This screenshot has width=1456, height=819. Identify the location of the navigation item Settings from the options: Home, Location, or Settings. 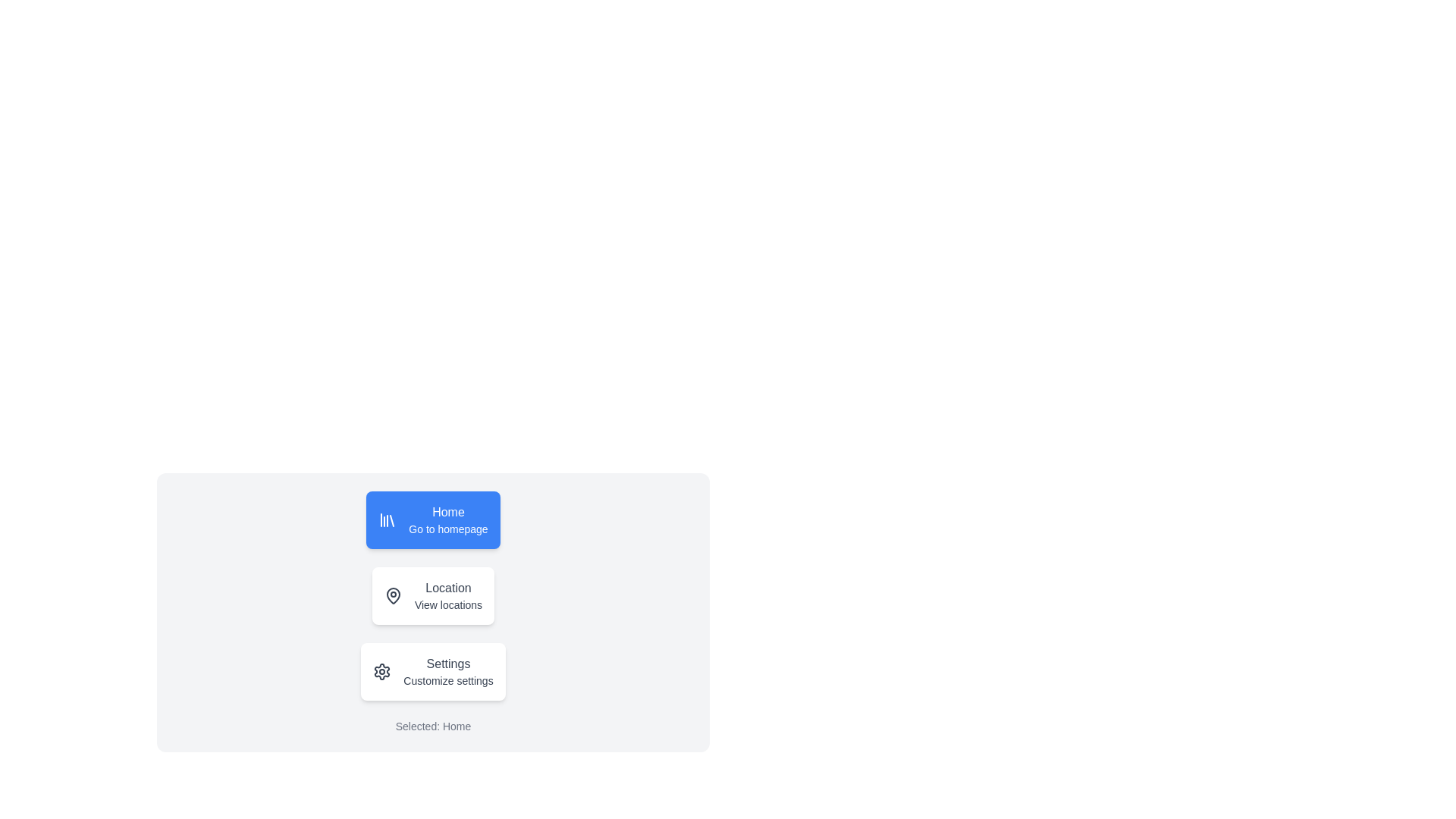
(432, 671).